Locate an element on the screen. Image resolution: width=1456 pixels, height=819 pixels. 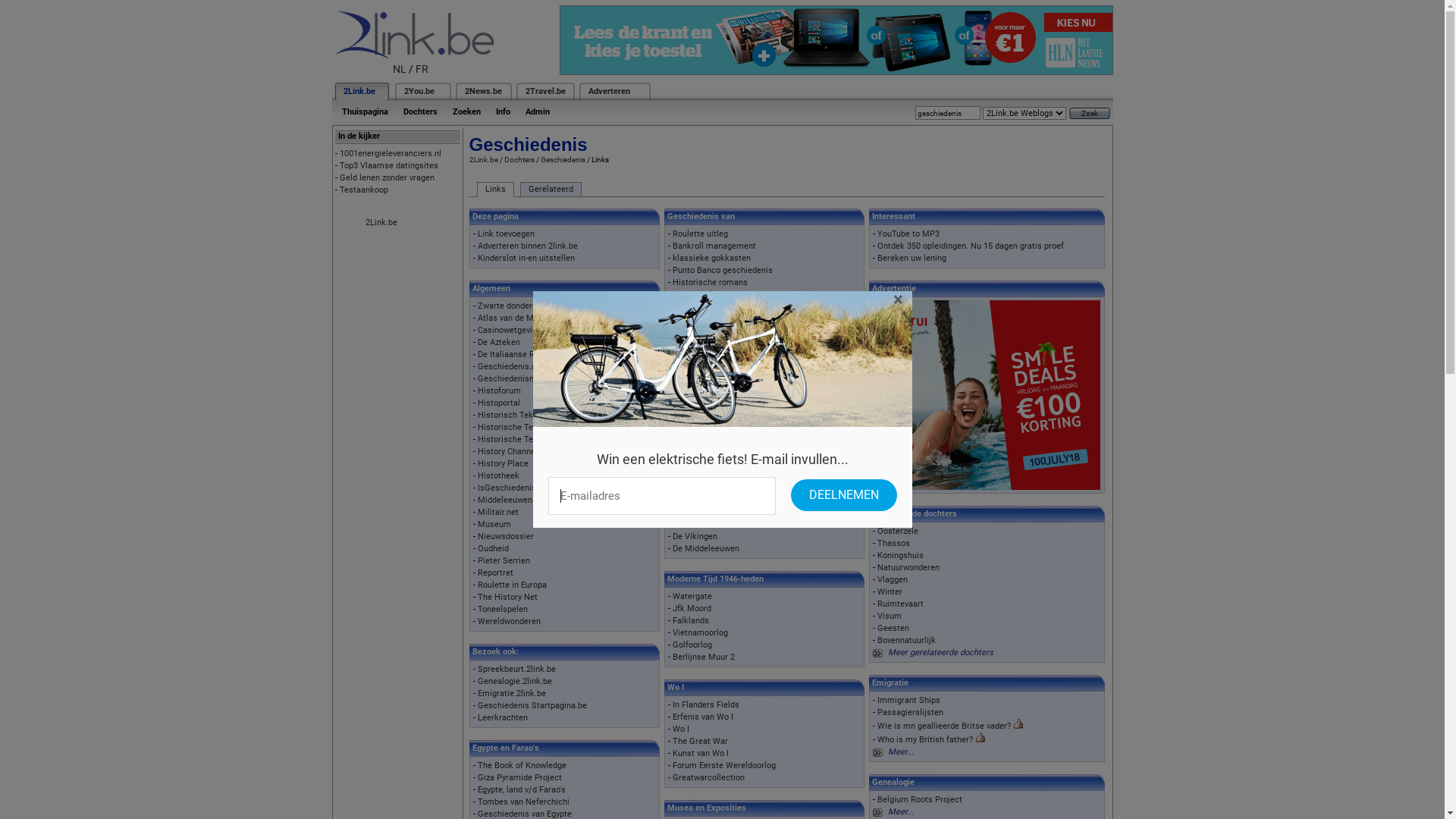
'Historische romans' is located at coordinates (672, 282).